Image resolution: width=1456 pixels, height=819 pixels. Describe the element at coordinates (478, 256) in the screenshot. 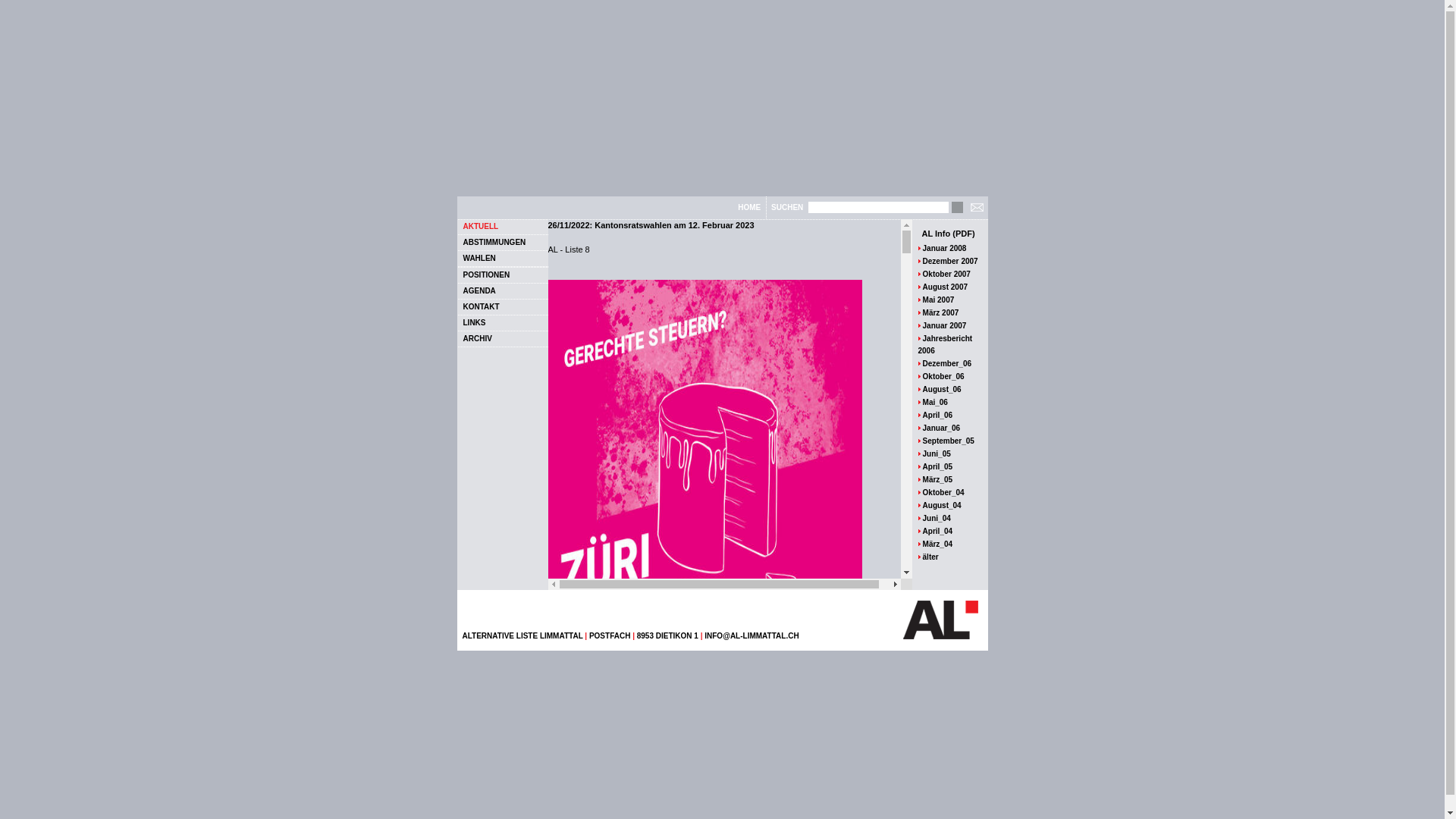

I see `'WAHLEN'` at that location.